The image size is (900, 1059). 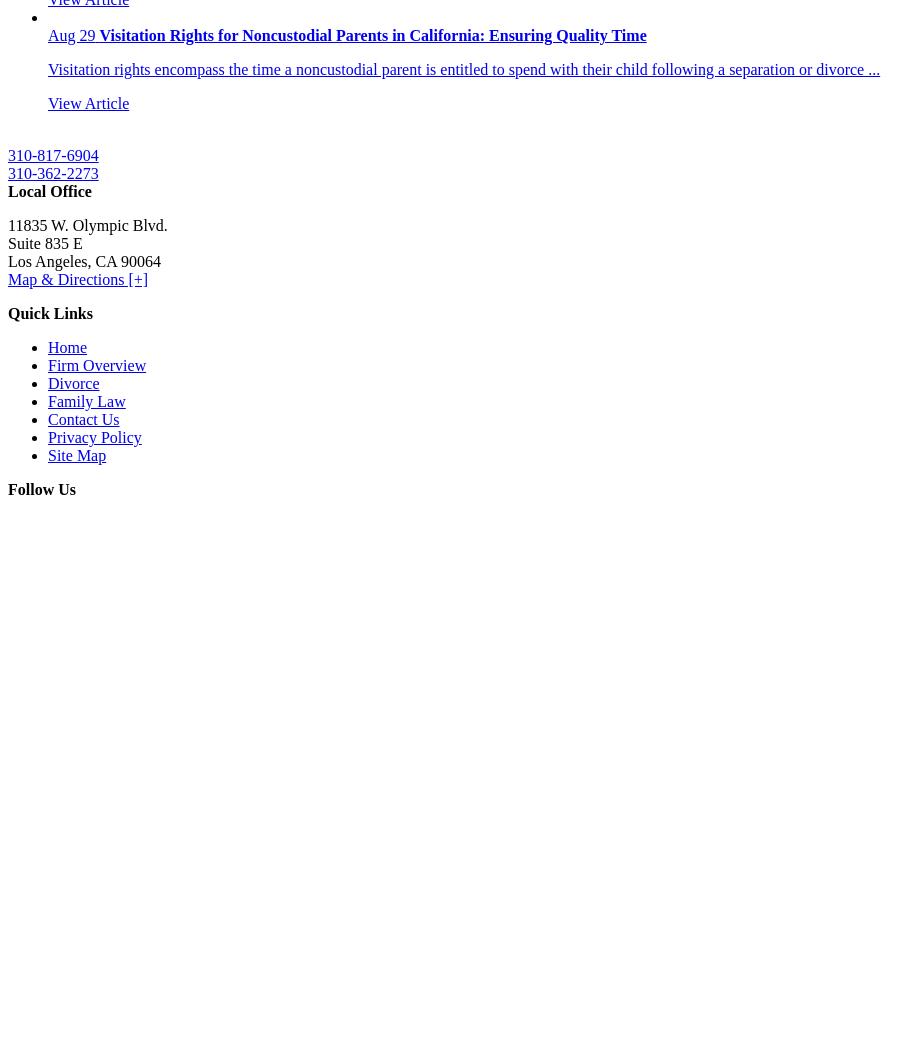 I want to click on 'View Article', so click(x=87, y=103).